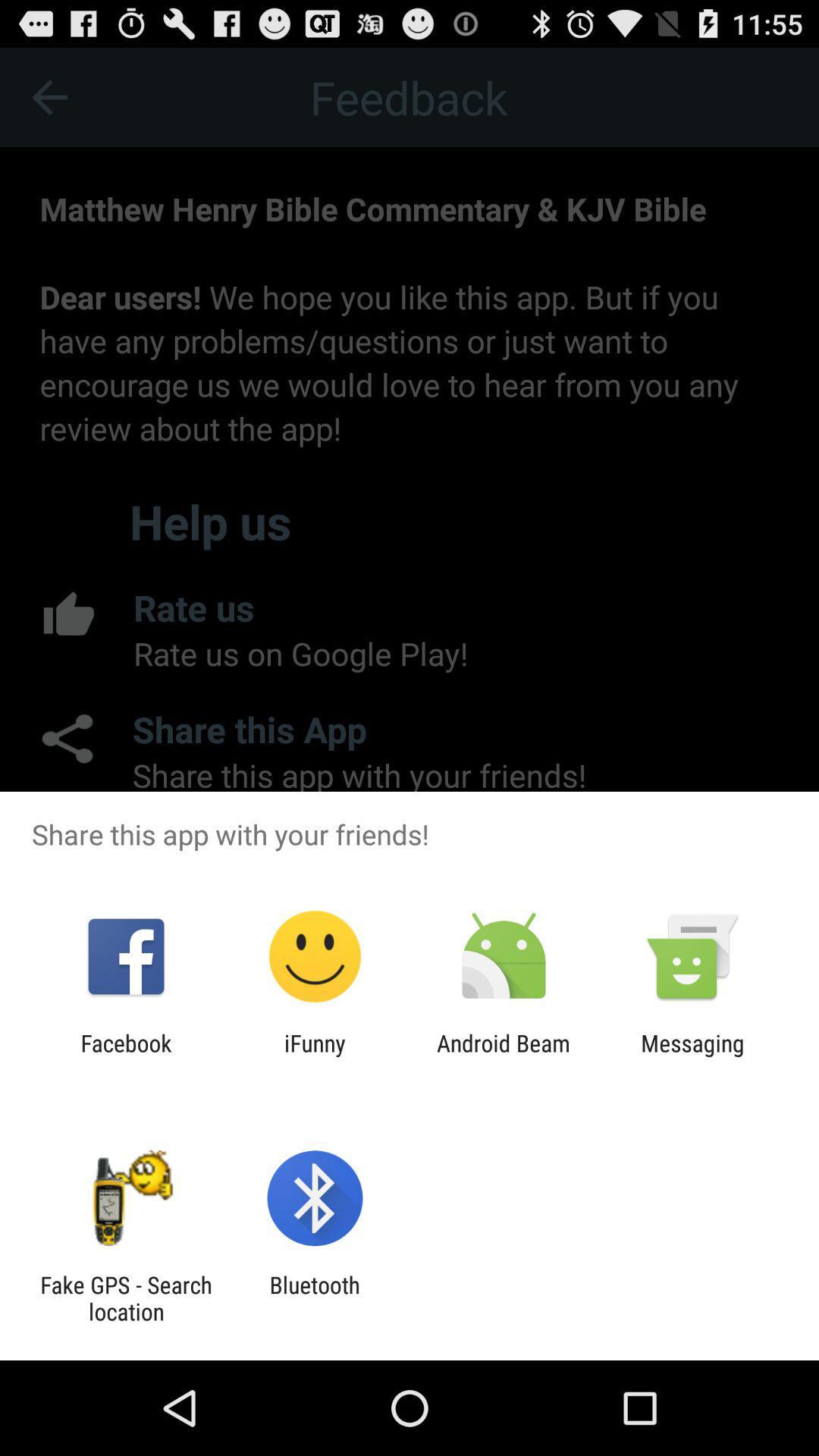 The height and width of the screenshot is (1456, 819). I want to click on the item next to ifunny icon, so click(504, 1056).